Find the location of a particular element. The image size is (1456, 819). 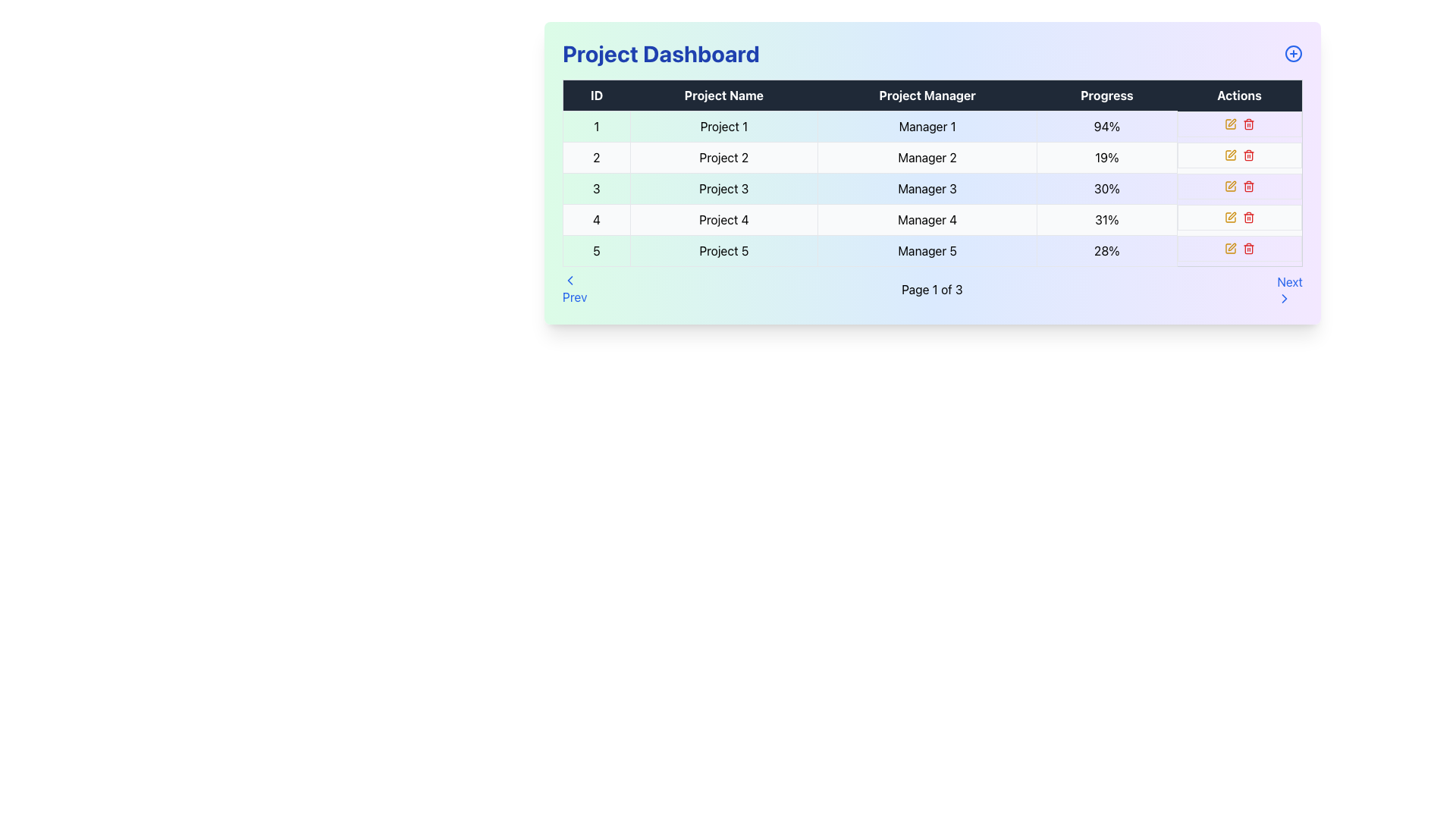

the Text Label displaying the number '2' located in the second row under the 'ID' column of the table layout is located at coordinates (595, 158).